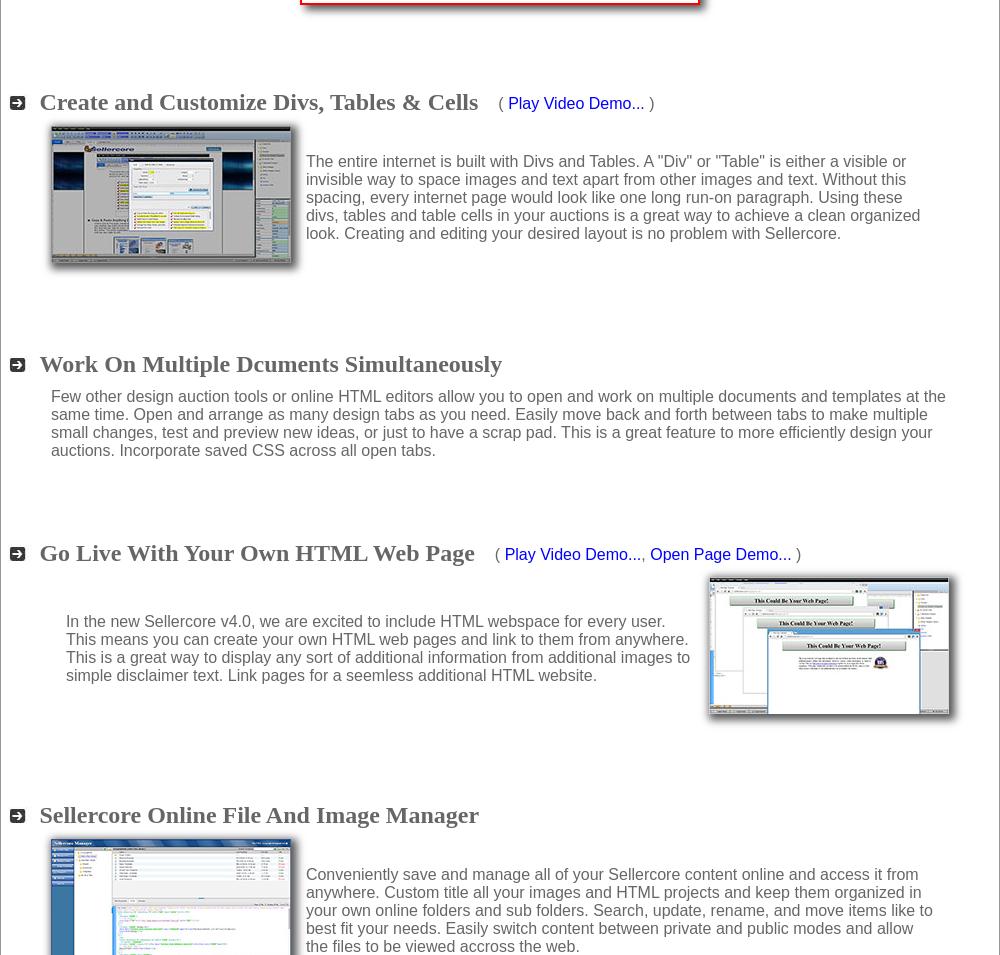  I want to click on 'The entire internet is built with Divs and Tables. A "Div" or "Table" is either a visible or invisible way to space images and text apart from other images and text. Without this spacing, every internet page would look like one long run-on paragraph. Using these divs, tables and table cells in your auctions is a great way to achieve a clean organized look. Creating and editing your desired layout is no problem with Sellercore.', so click(611, 197).